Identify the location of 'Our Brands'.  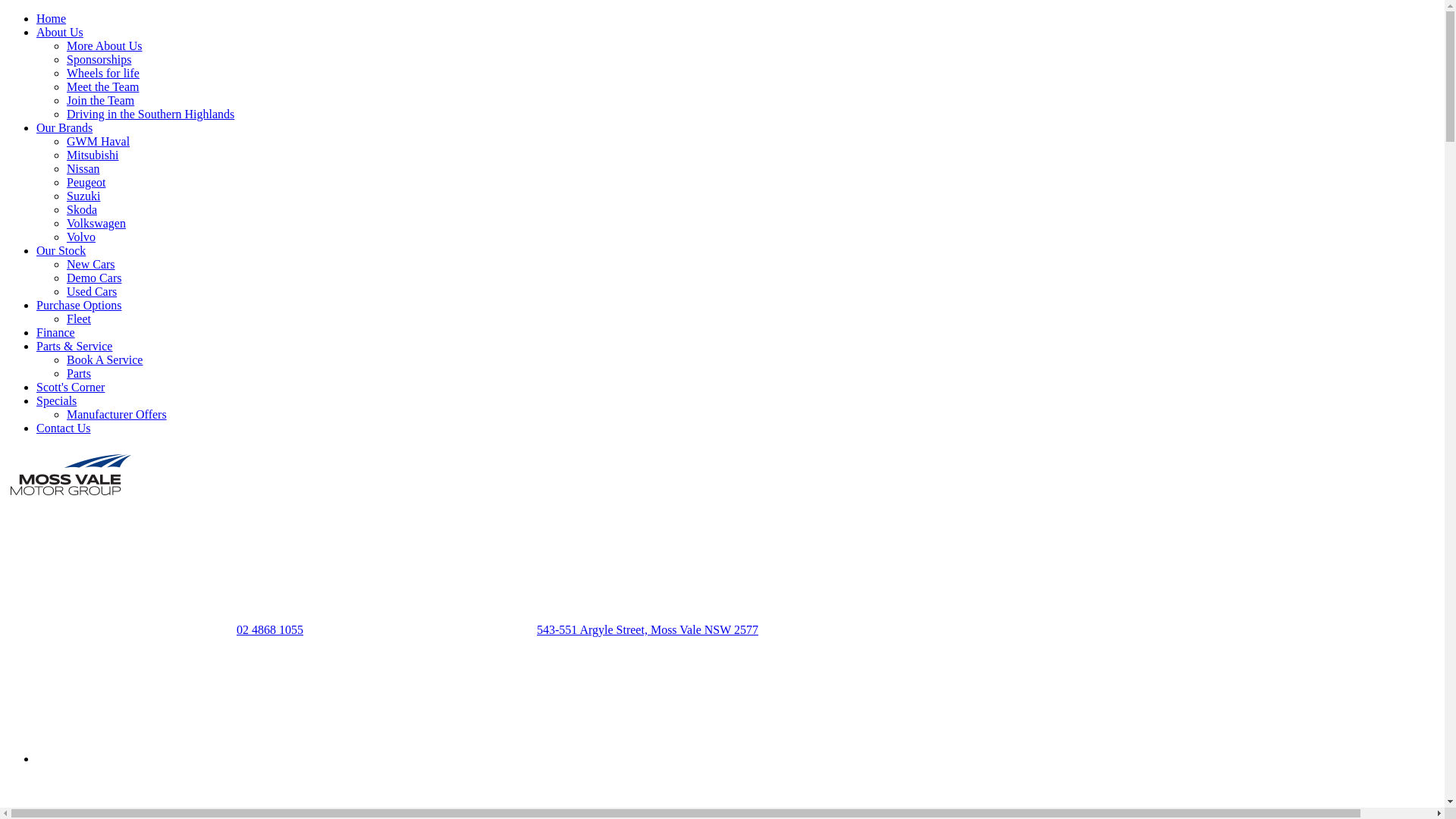
(36, 127).